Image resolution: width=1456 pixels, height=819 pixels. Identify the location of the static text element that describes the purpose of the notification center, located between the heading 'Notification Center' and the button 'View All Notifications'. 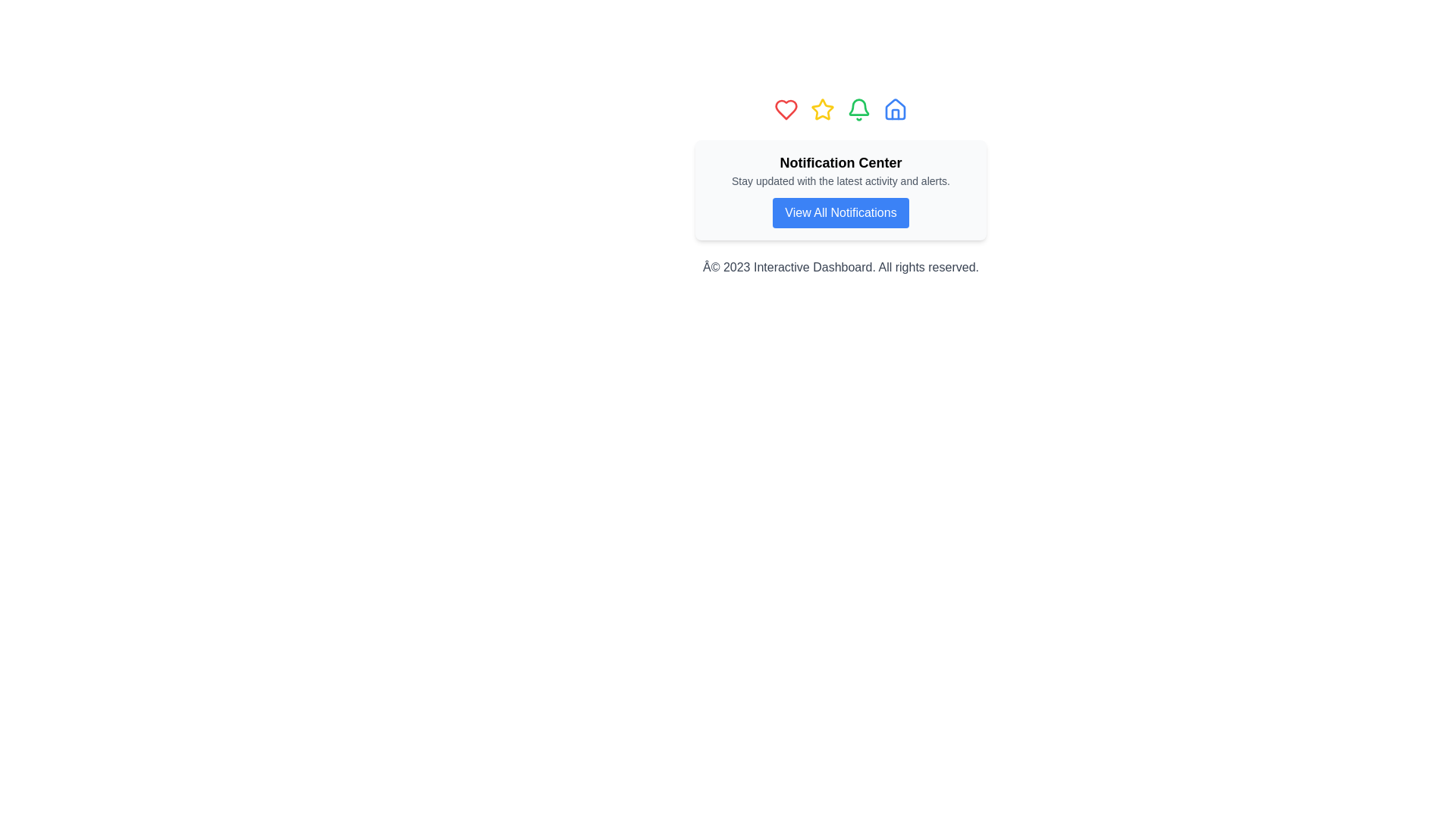
(839, 180).